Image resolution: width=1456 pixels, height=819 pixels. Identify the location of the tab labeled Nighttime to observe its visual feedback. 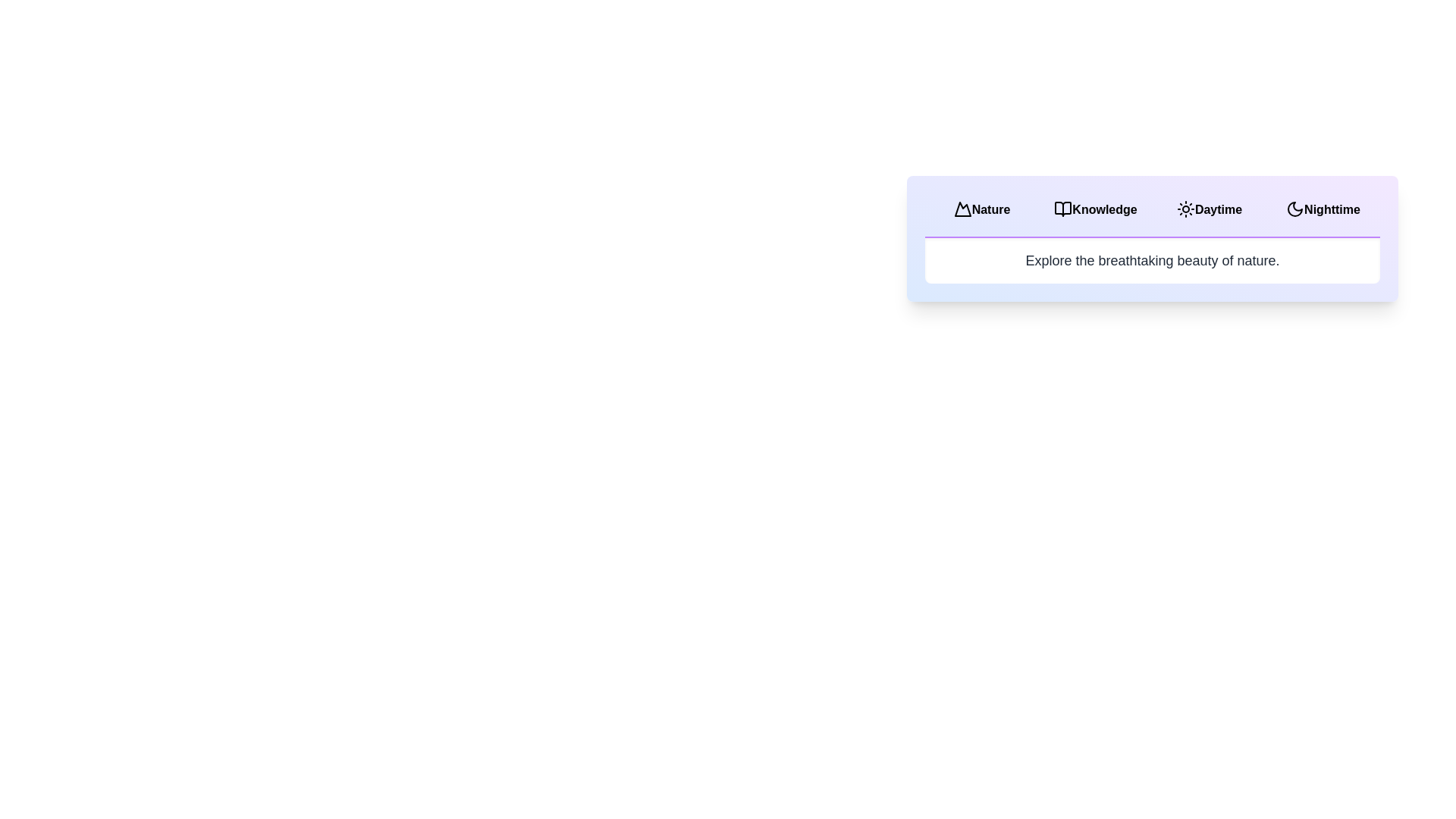
(1323, 210).